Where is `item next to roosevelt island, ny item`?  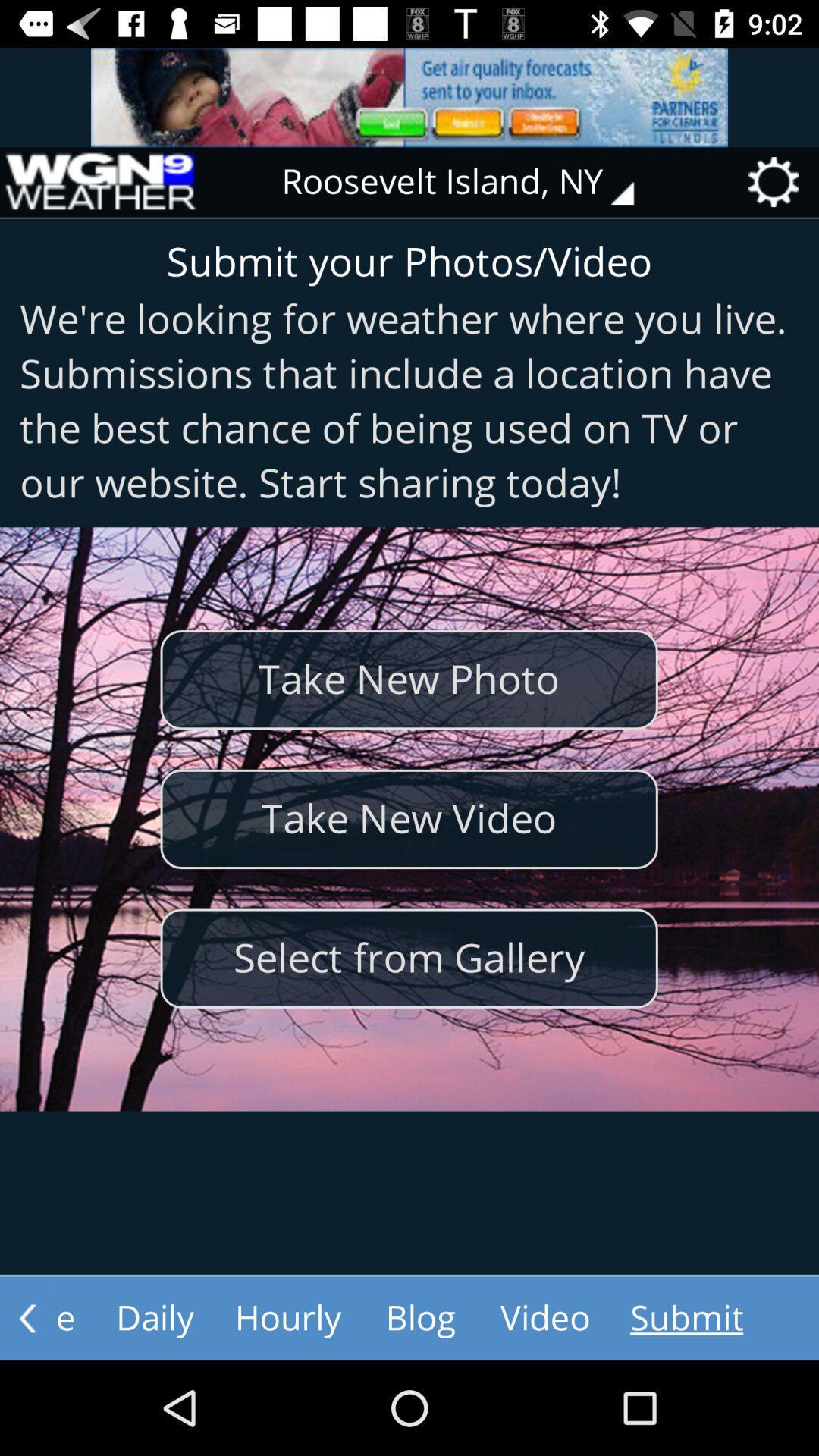
item next to roosevelt island, ny item is located at coordinates (99, 182).